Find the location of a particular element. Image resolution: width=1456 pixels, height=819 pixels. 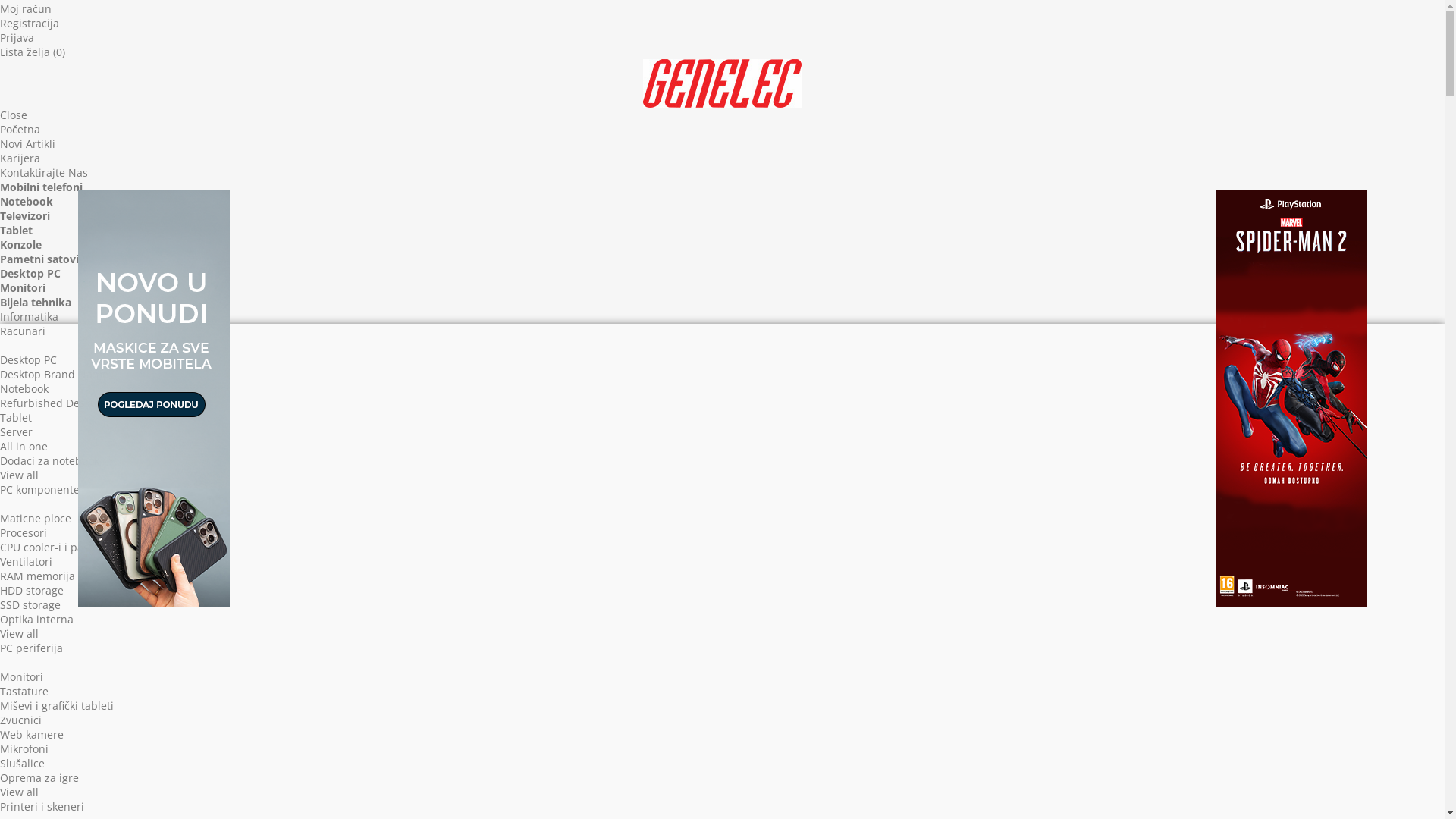

'Kontaktirajte Nas' is located at coordinates (43, 171).